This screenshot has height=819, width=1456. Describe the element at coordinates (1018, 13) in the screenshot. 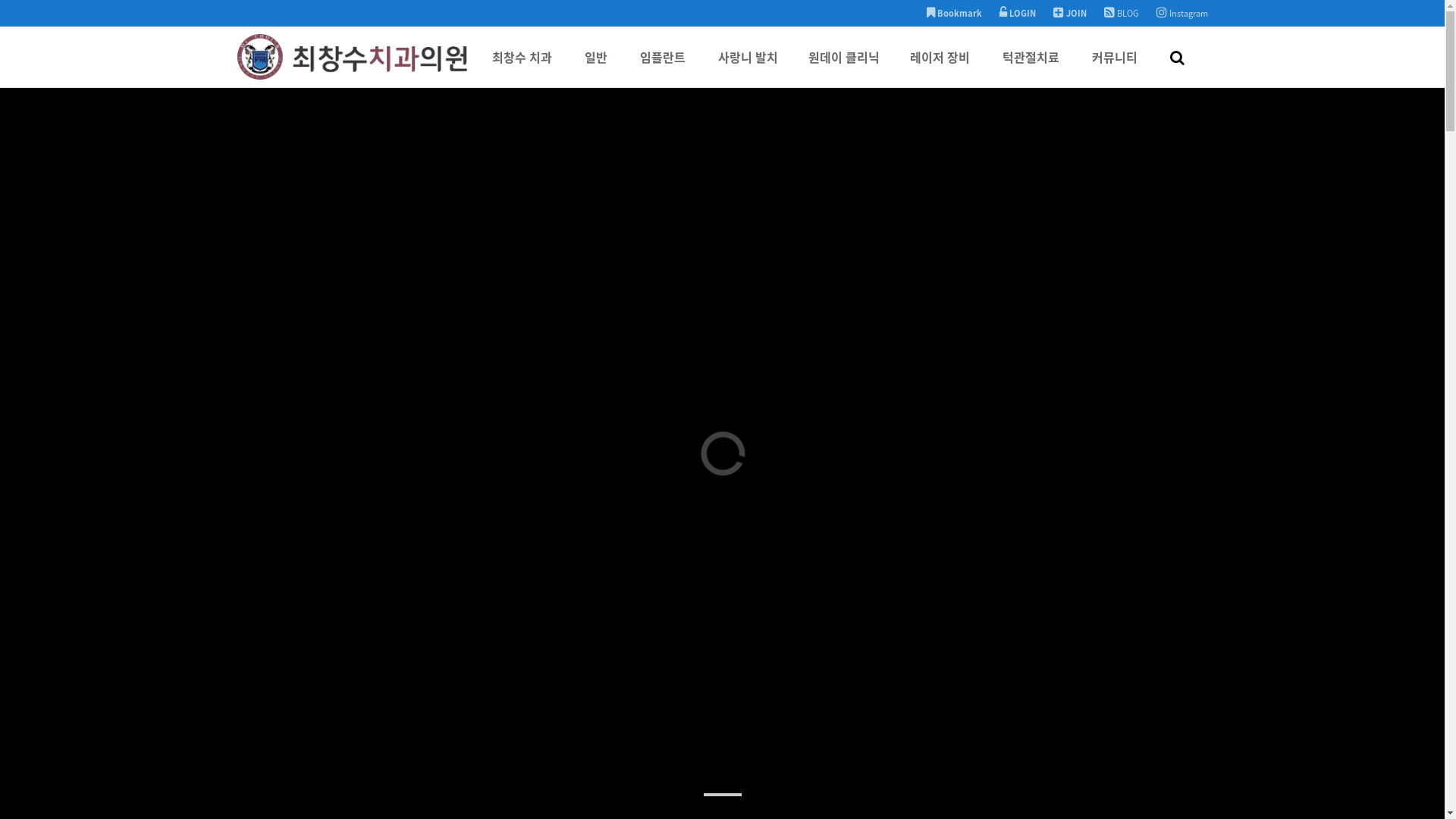

I see `'LOGIN'` at that location.